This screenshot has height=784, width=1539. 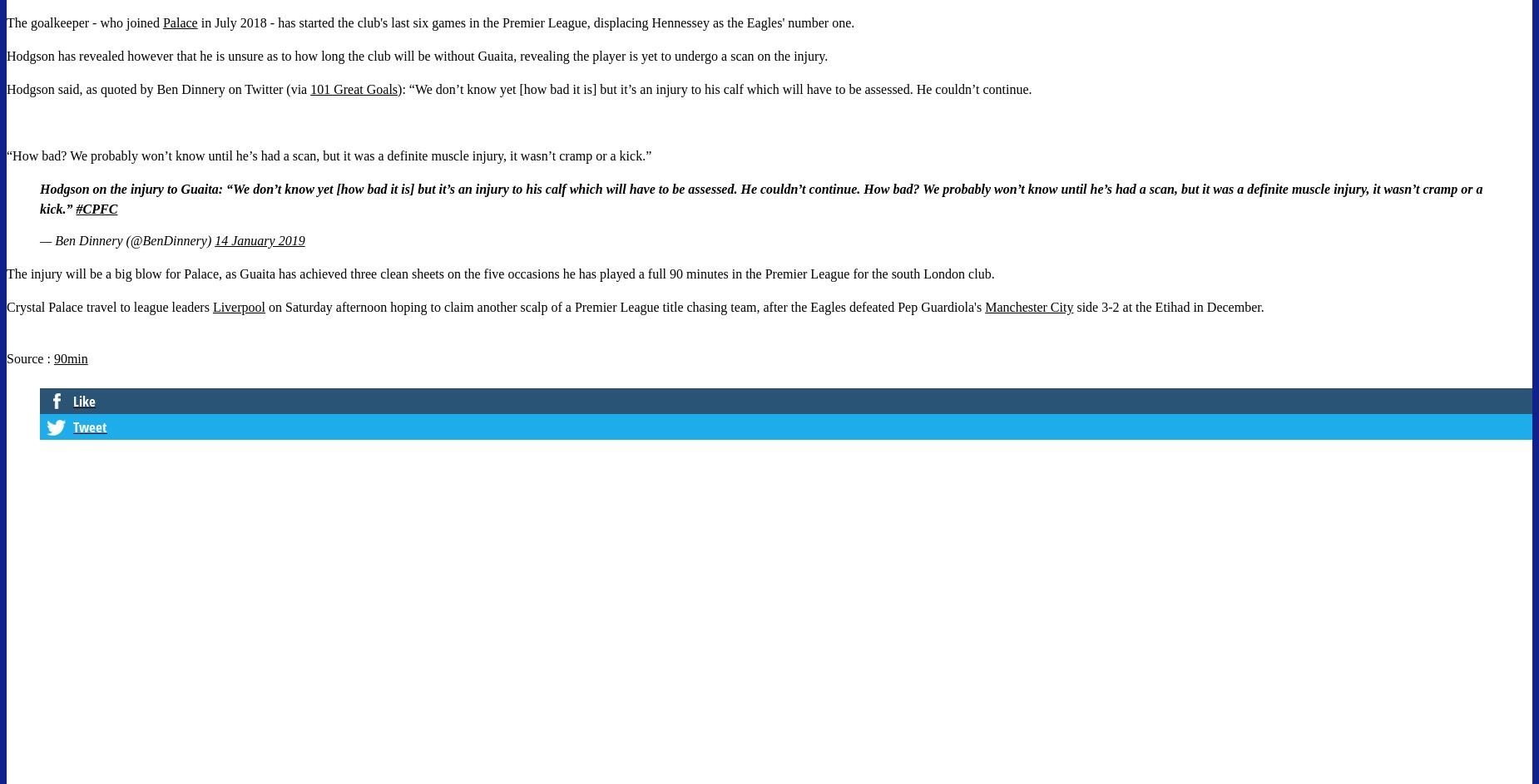 I want to click on 'Hodgson said, as quoted by Ben Dinnery on Twitter (via', so click(x=157, y=89).